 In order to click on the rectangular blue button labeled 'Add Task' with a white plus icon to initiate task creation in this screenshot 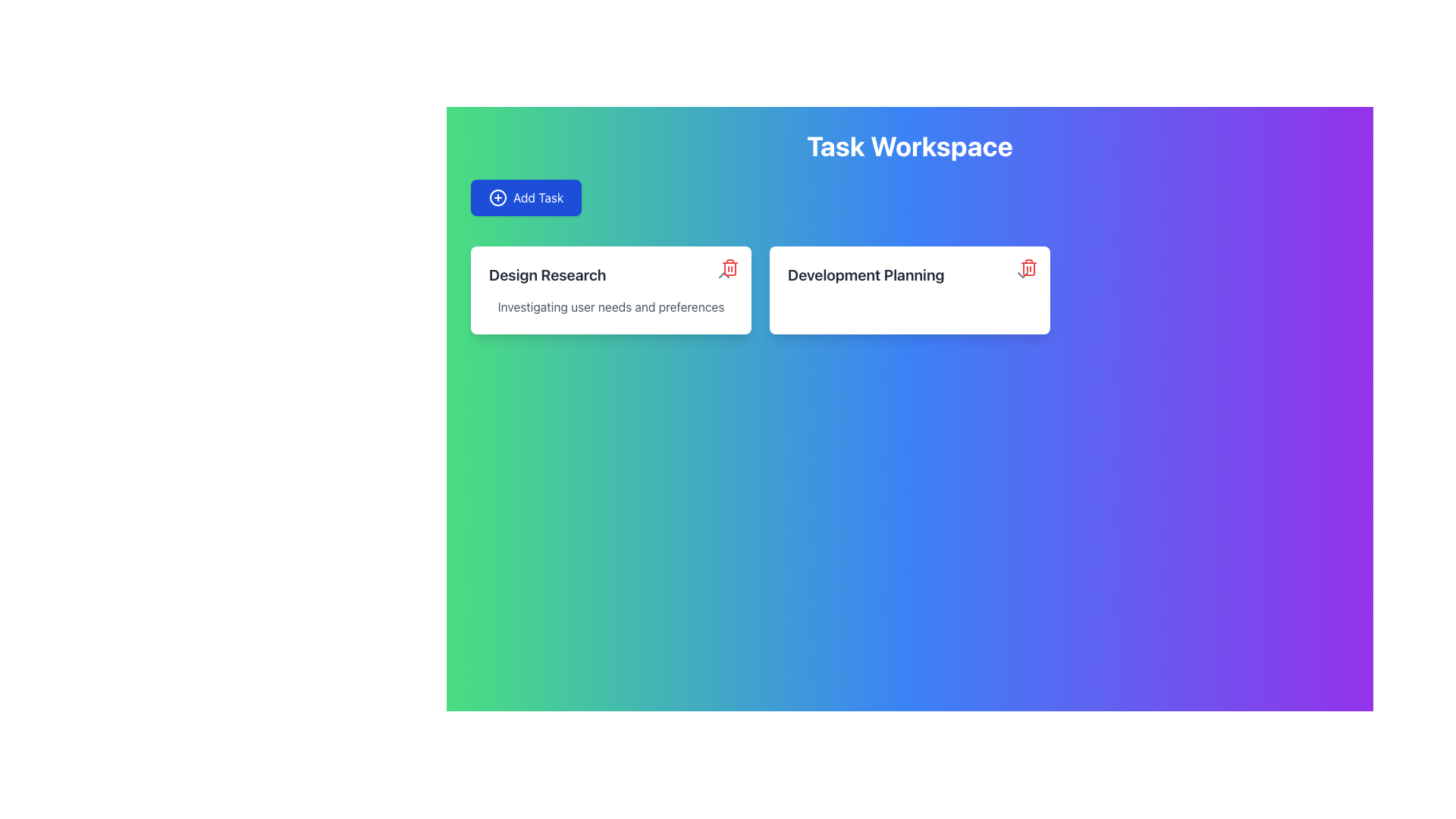, I will do `click(526, 197)`.